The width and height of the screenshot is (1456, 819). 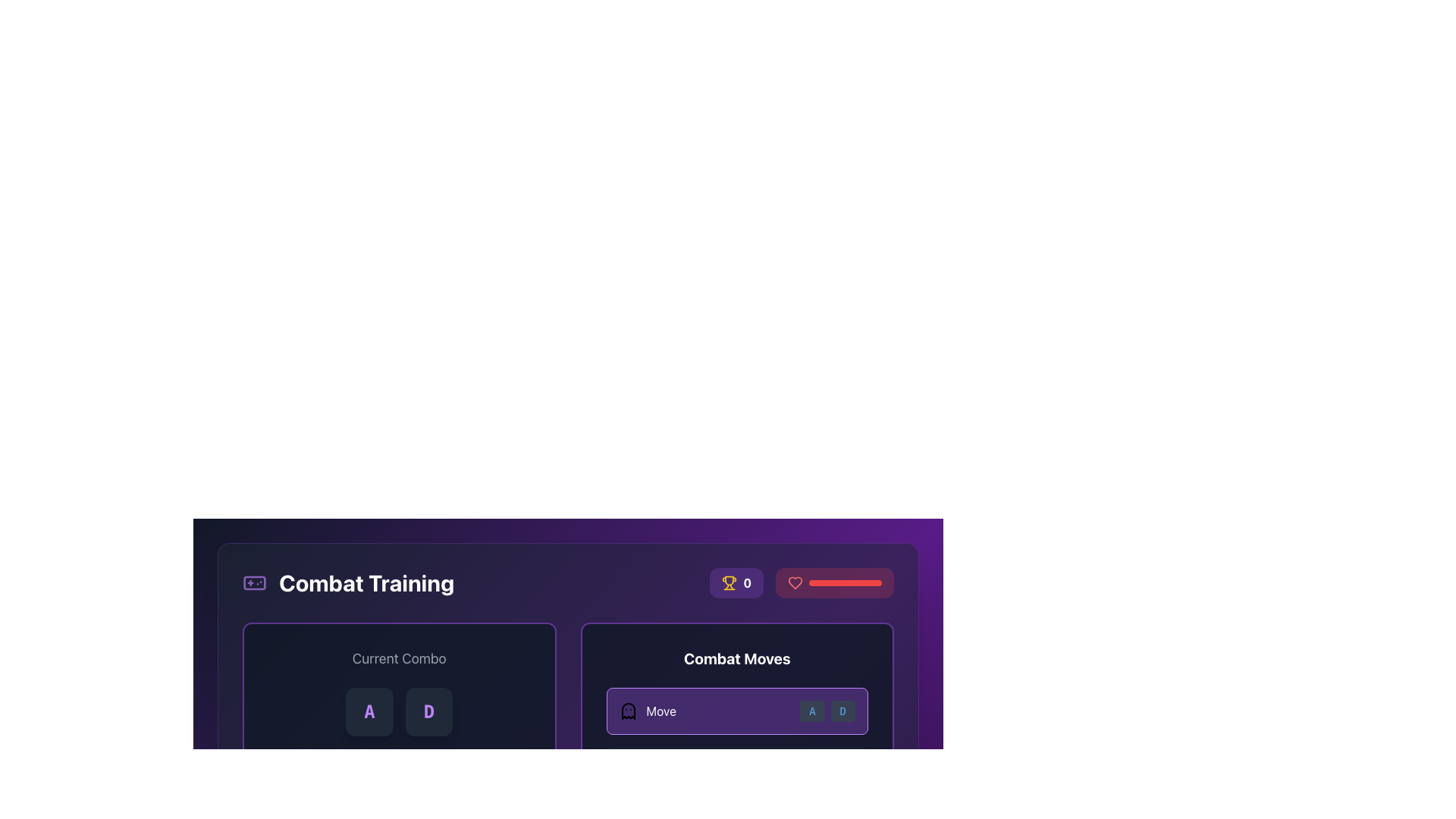 What do you see at coordinates (648, 711) in the screenshot?
I see `the ghost icon of the Label with icon that describes a specific move in the Combat Moves section, located near the paired buttons labeled 'A' and 'D'` at bounding box center [648, 711].